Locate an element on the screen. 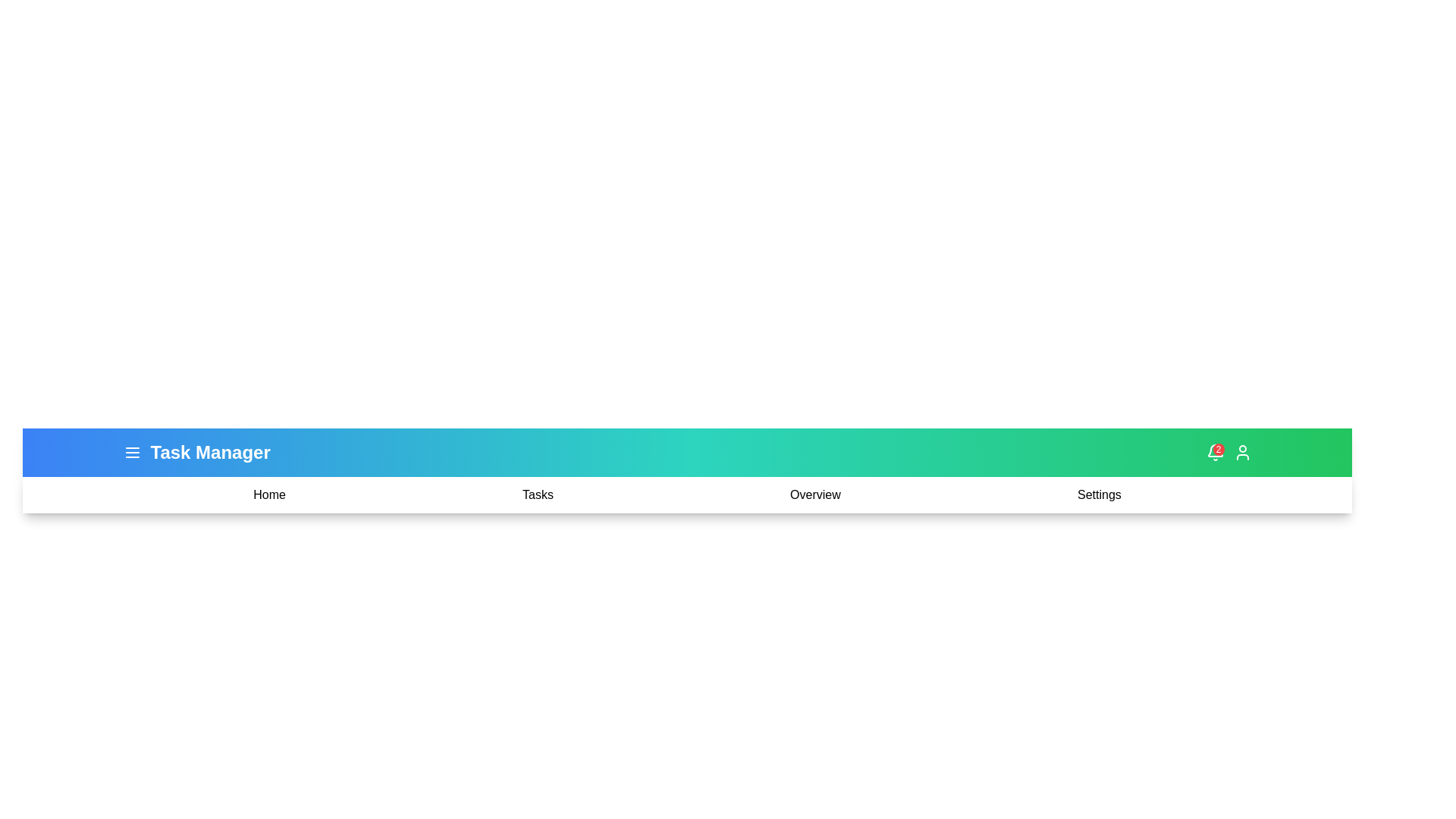  the notification bell icon to clear notifications is located at coordinates (1215, 452).